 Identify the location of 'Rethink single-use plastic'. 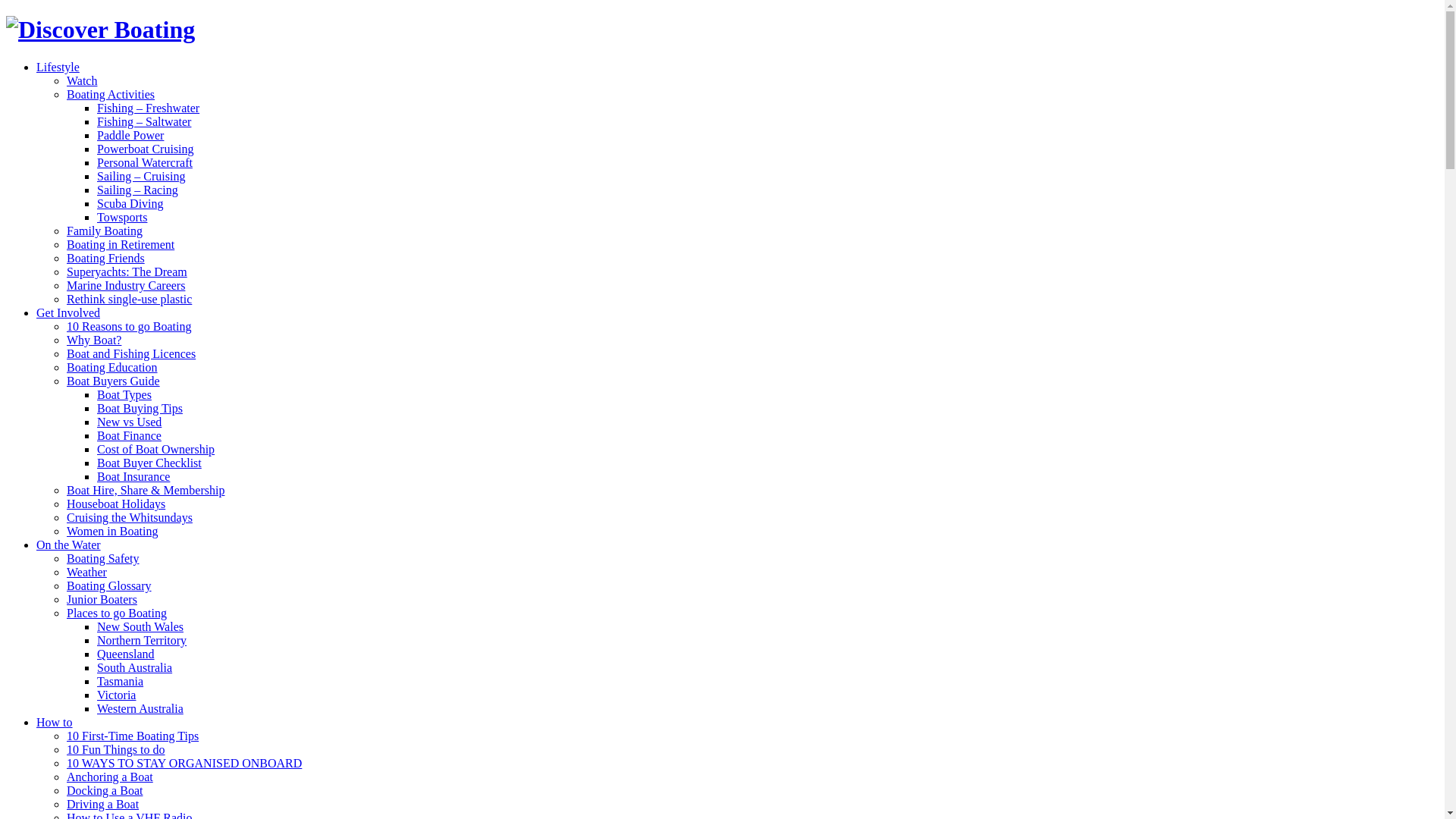
(129, 299).